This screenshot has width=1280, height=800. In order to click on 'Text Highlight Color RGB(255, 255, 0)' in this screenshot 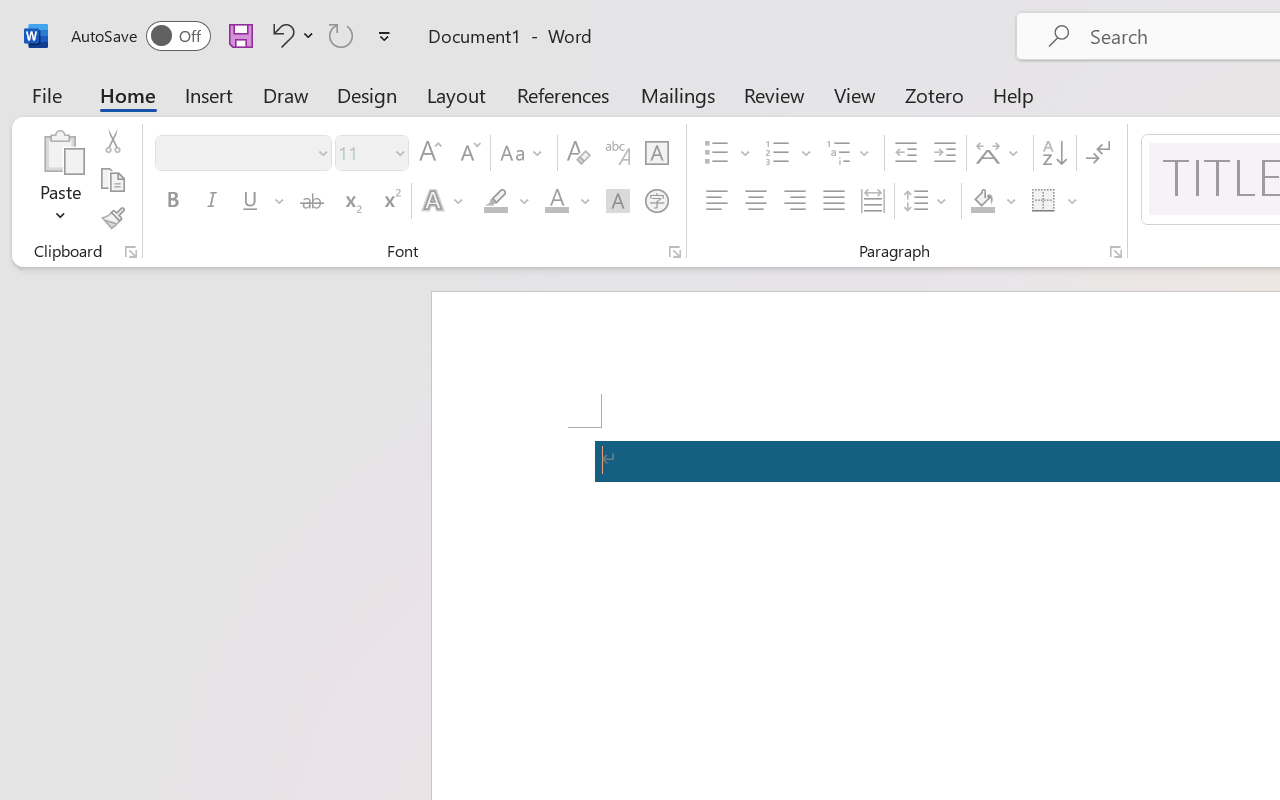, I will do `click(496, 201)`.